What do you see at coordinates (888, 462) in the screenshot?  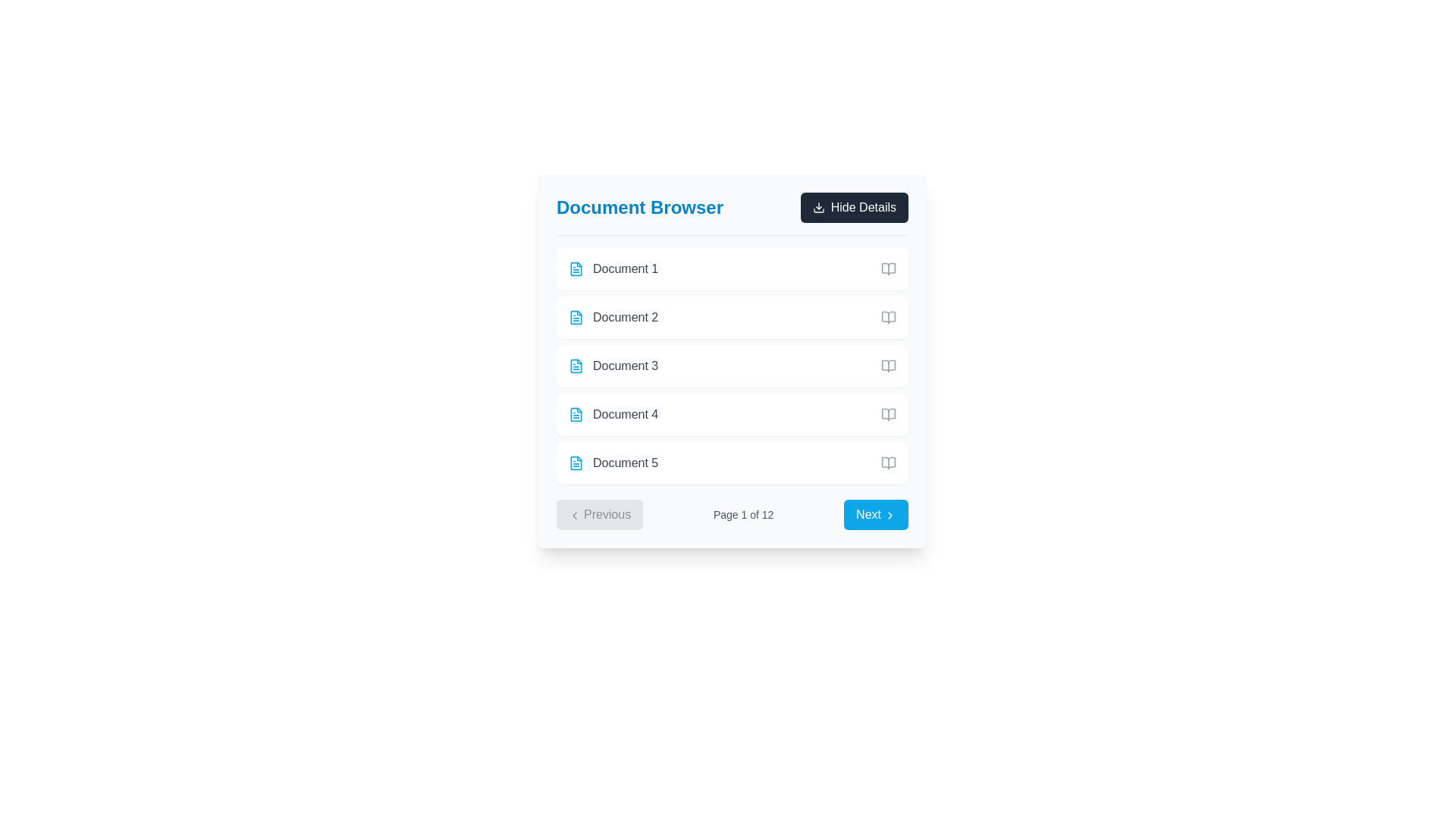 I see `the action button located to the right of 'Document 5' in the document browser interface to change its color` at bounding box center [888, 462].